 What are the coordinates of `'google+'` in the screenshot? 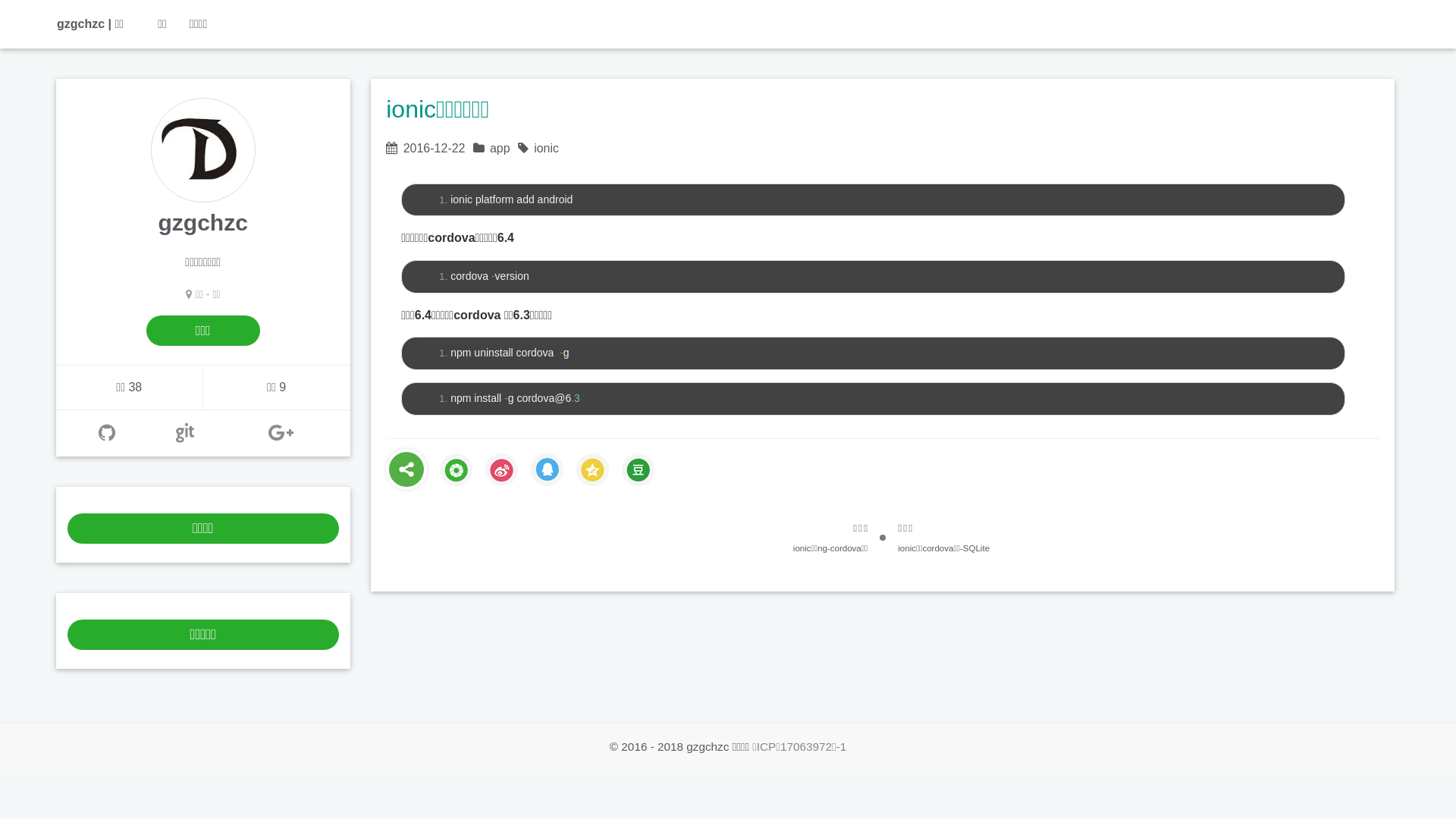 It's located at (281, 432).